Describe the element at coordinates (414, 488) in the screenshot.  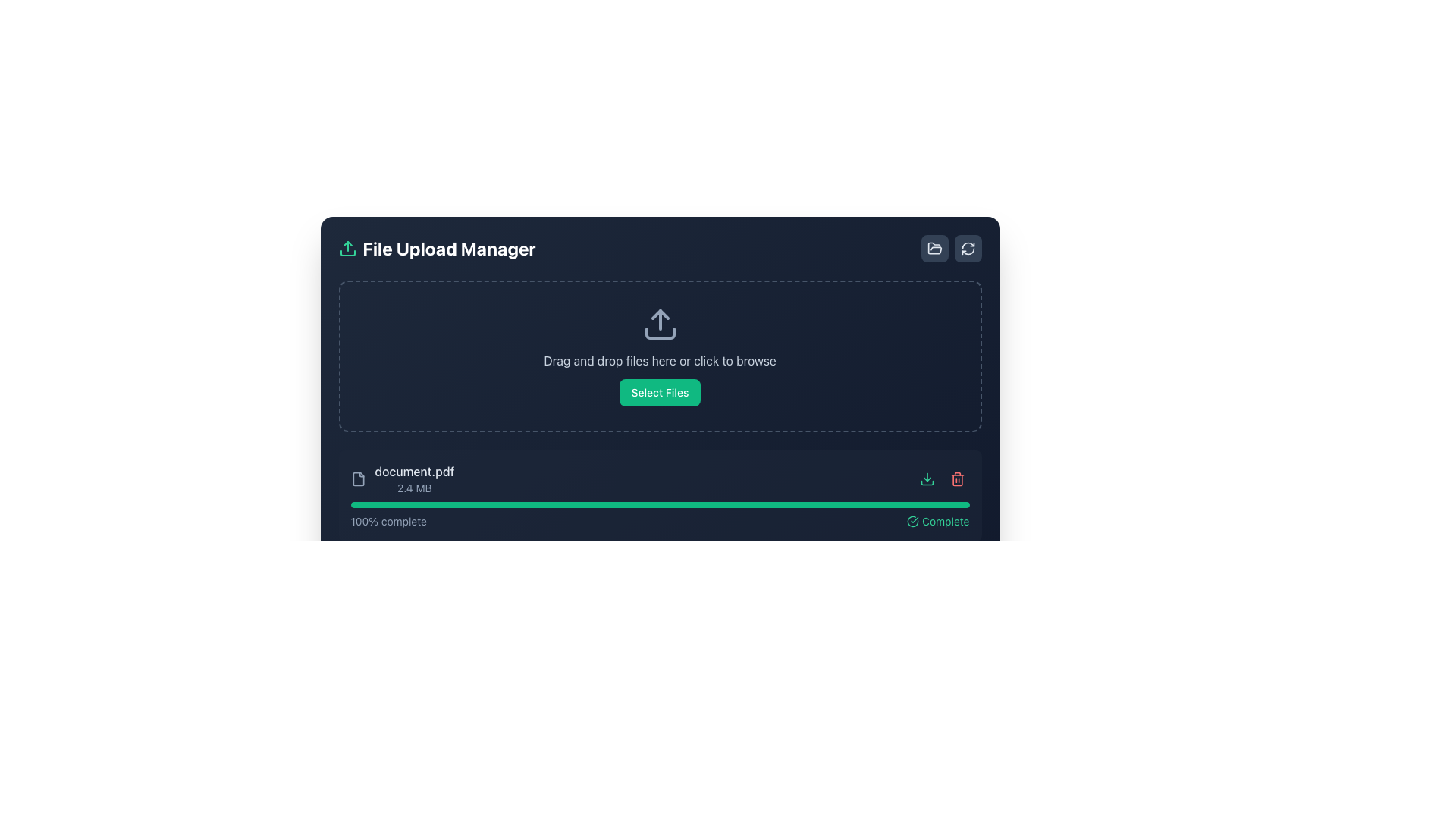
I see `the text label displaying '2.4 MB', which is styled in light gray and positioned below the 'document.pdf' label` at that location.